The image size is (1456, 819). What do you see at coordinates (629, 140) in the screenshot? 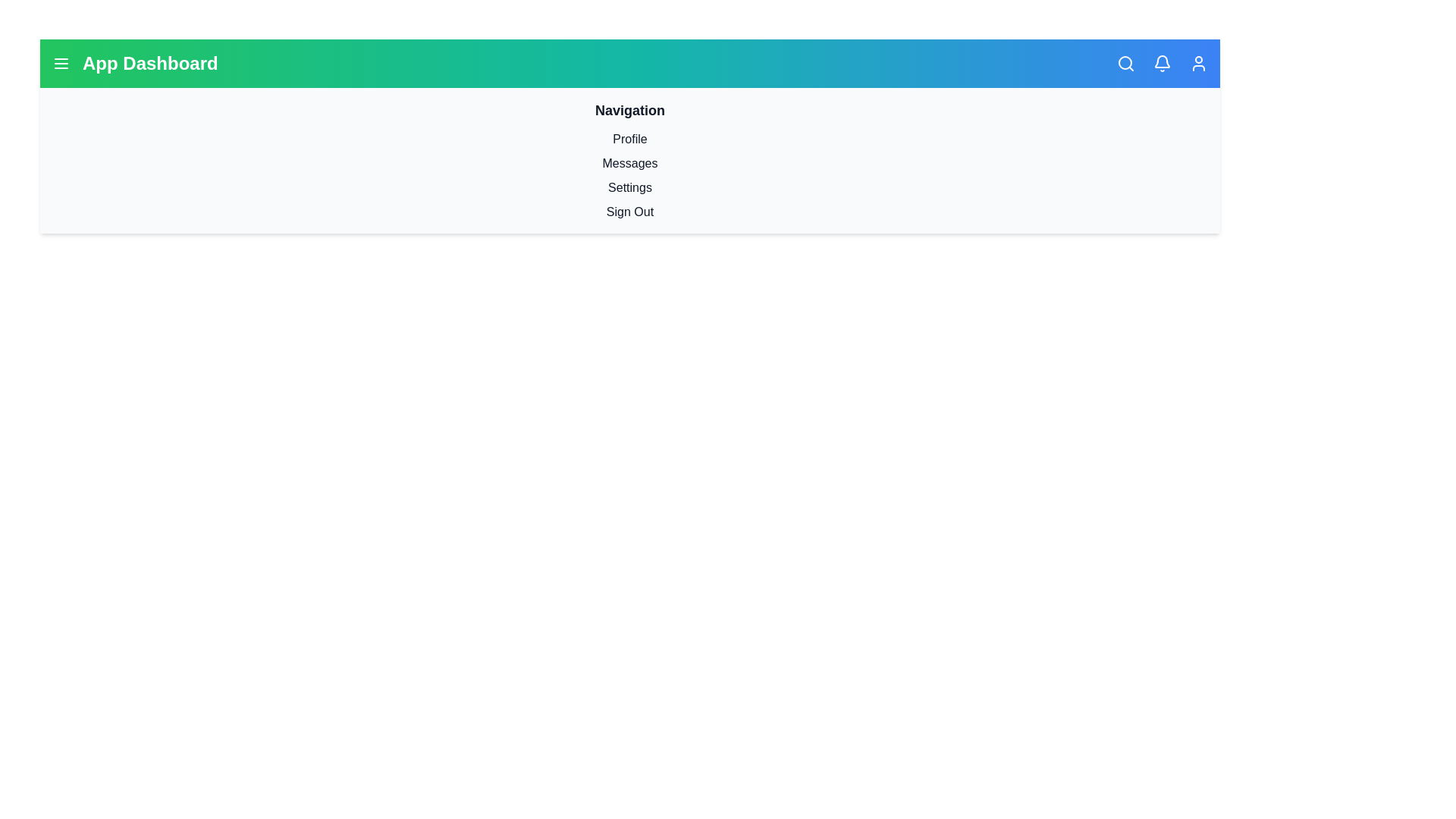
I see `the menu item labeled Profile to navigate to the respective section` at bounding box center [629, 140].